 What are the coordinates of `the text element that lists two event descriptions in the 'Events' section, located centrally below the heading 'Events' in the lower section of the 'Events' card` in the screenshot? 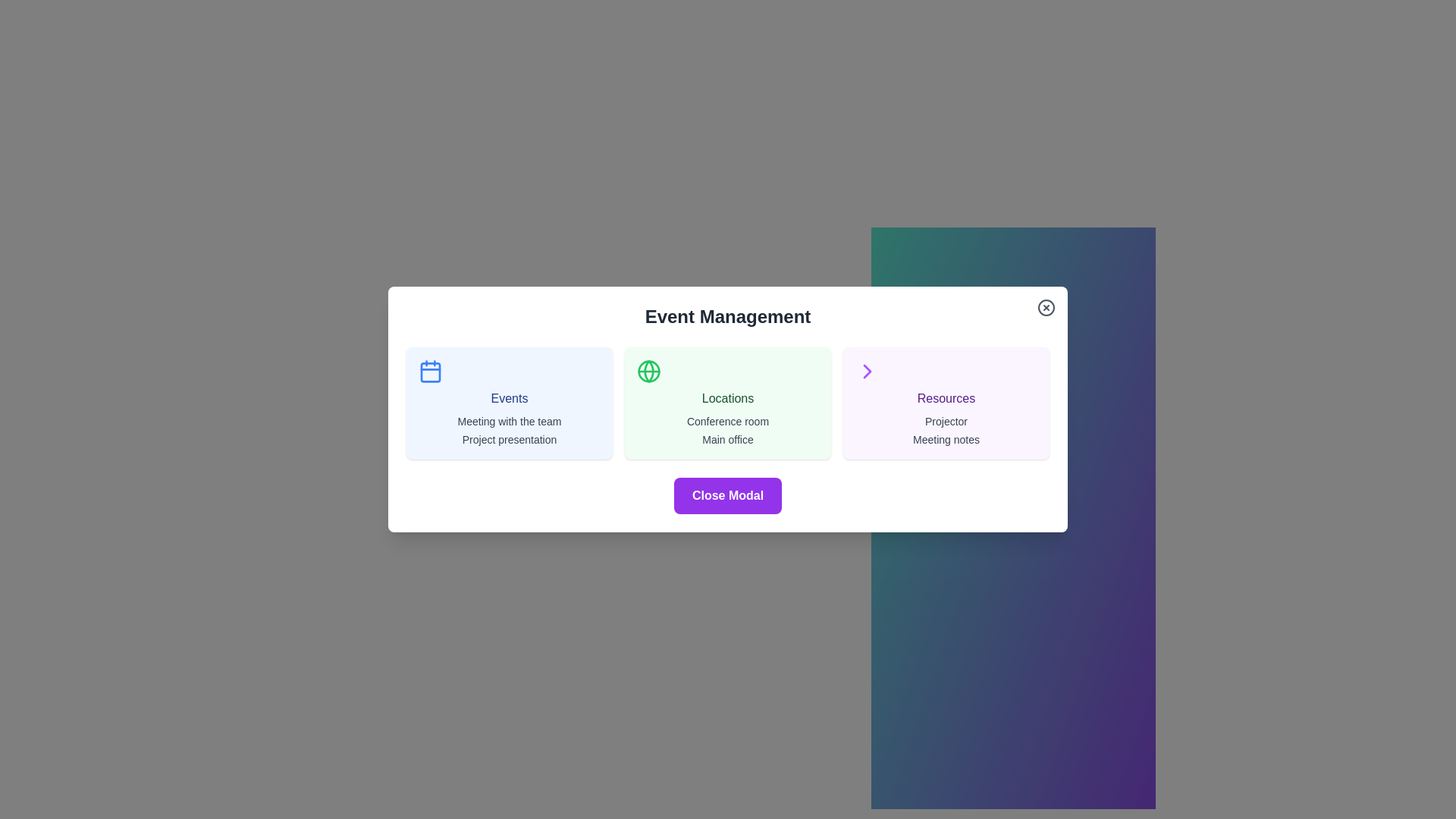 It's located at (510, 430).